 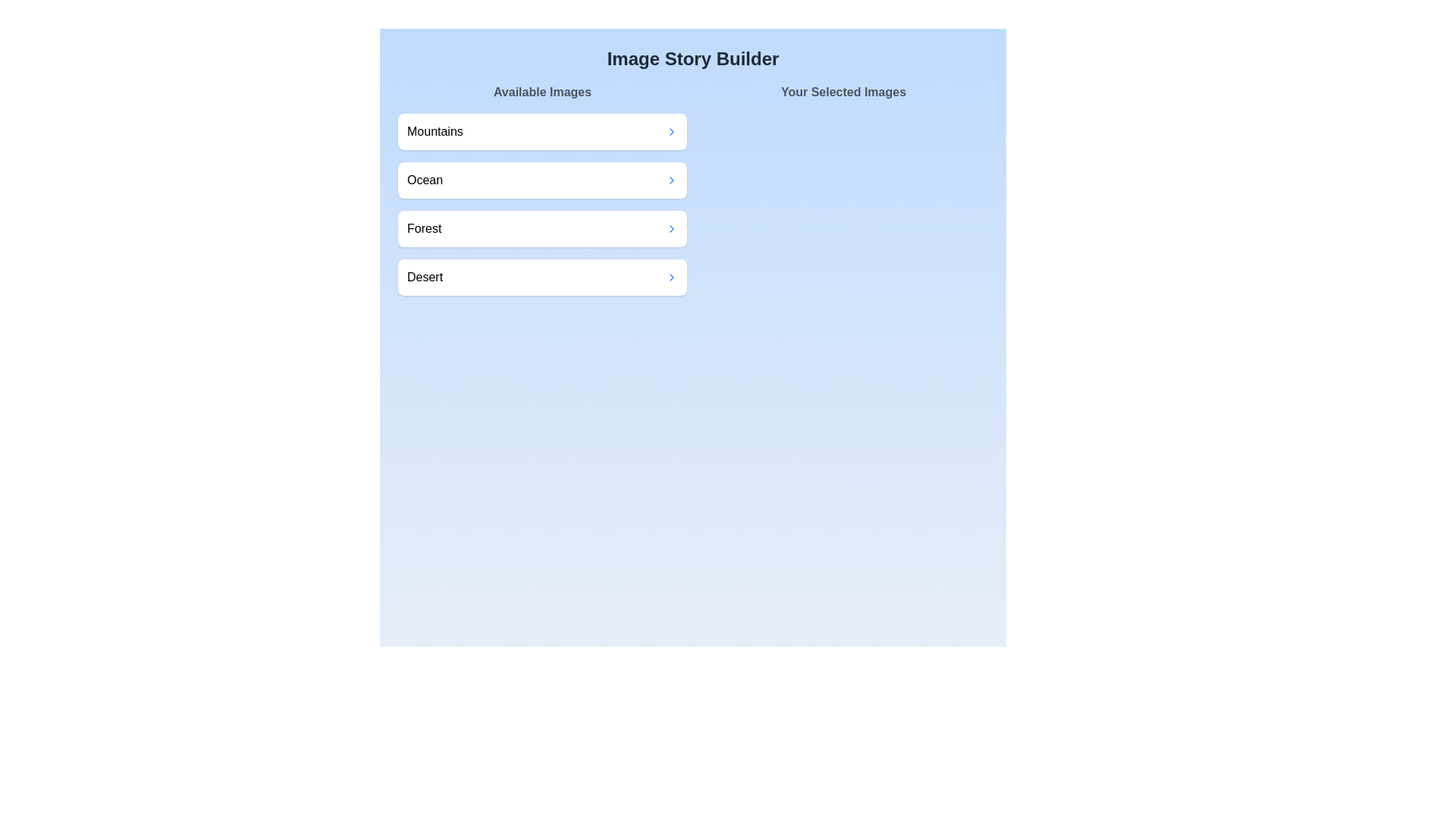 What do you see at coordinates (671, 180) in the screenshot?
I see `transfer button for the image labeled Ocean in the 'Available Images' section` at bounding box center [671, 180].